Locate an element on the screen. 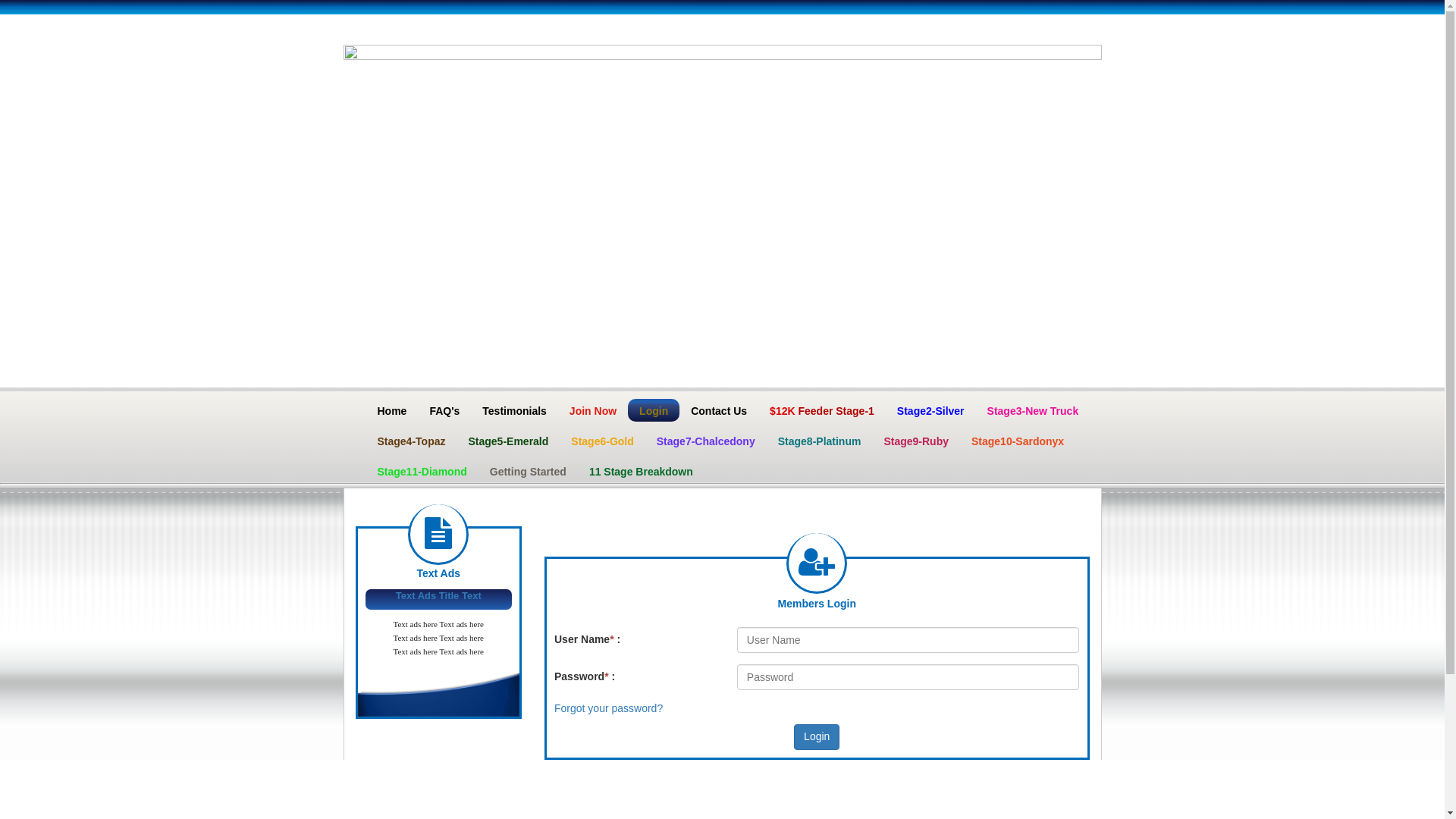 The width and height of the screenshot is (1456, 819). 'Stage9-Ruby' is located at coordinates (915, 441).